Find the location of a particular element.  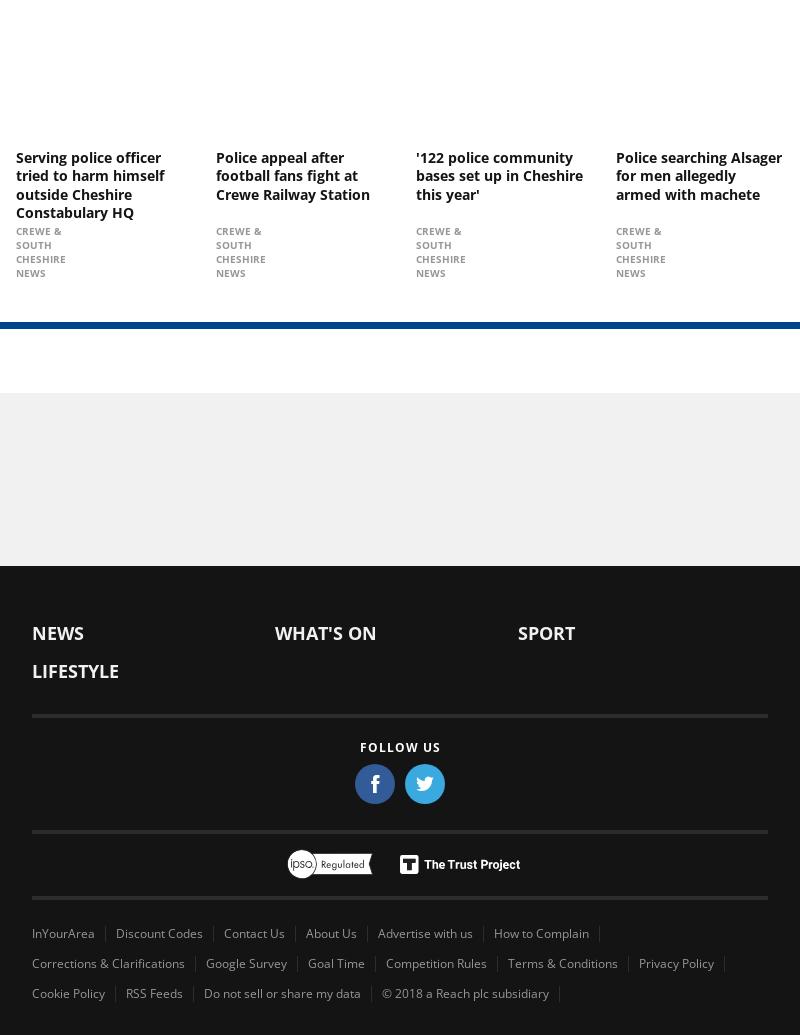

'Advertise with us' is located at coordinates (425, 932).